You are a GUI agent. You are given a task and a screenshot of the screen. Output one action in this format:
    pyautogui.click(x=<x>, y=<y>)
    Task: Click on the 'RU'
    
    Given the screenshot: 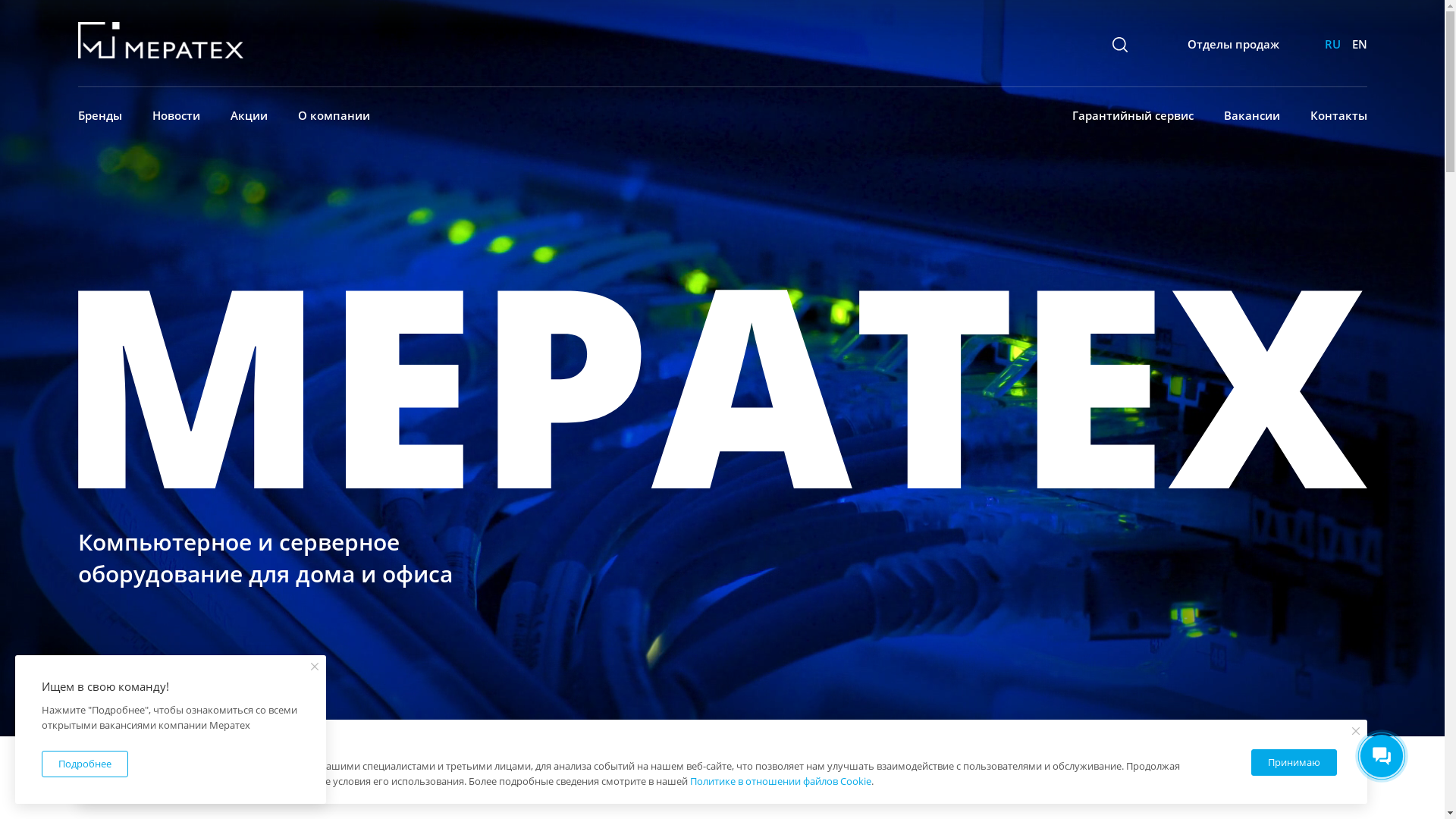 What is the action you would take?
    pyautogui.click(x=1331, y=42)
    